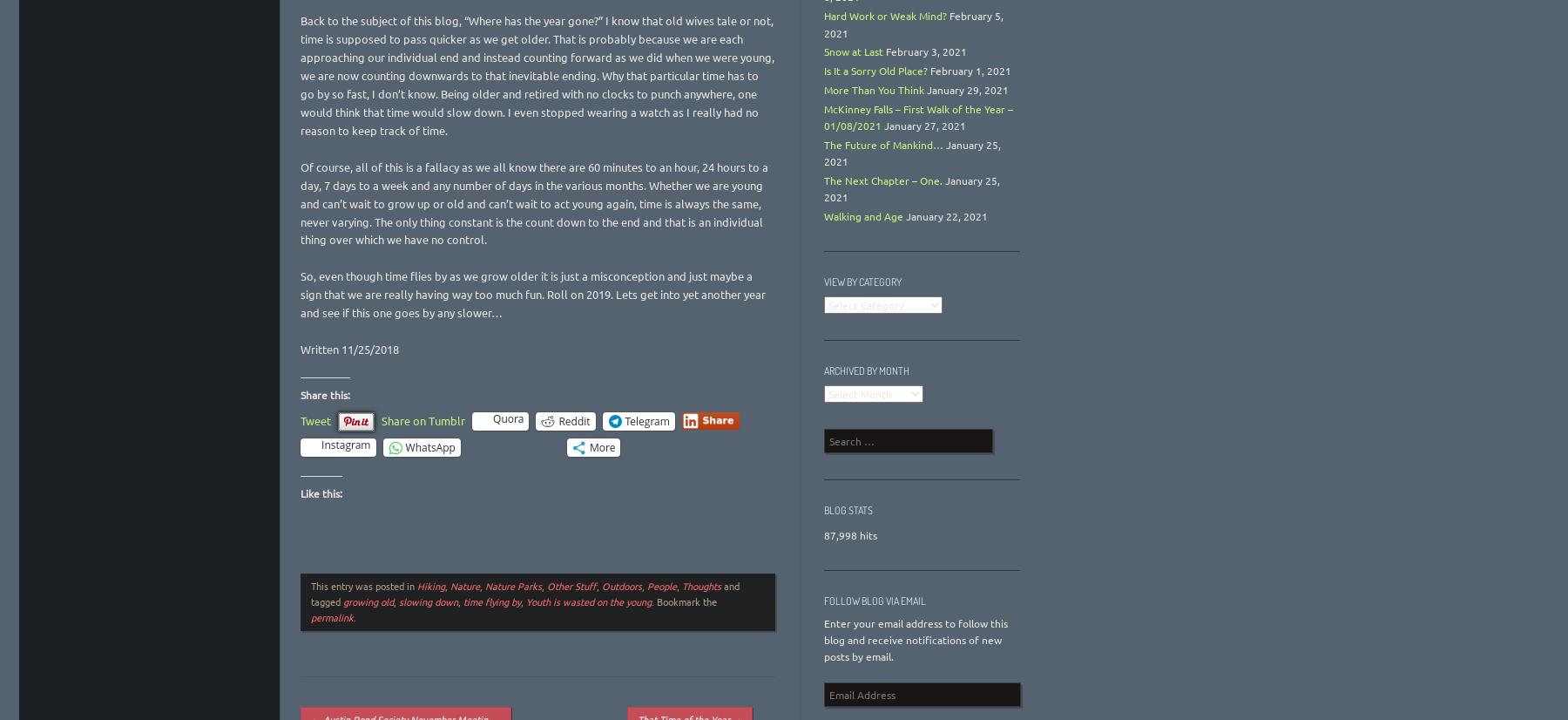  I want to click on 'and tagged', so click(525, 593).